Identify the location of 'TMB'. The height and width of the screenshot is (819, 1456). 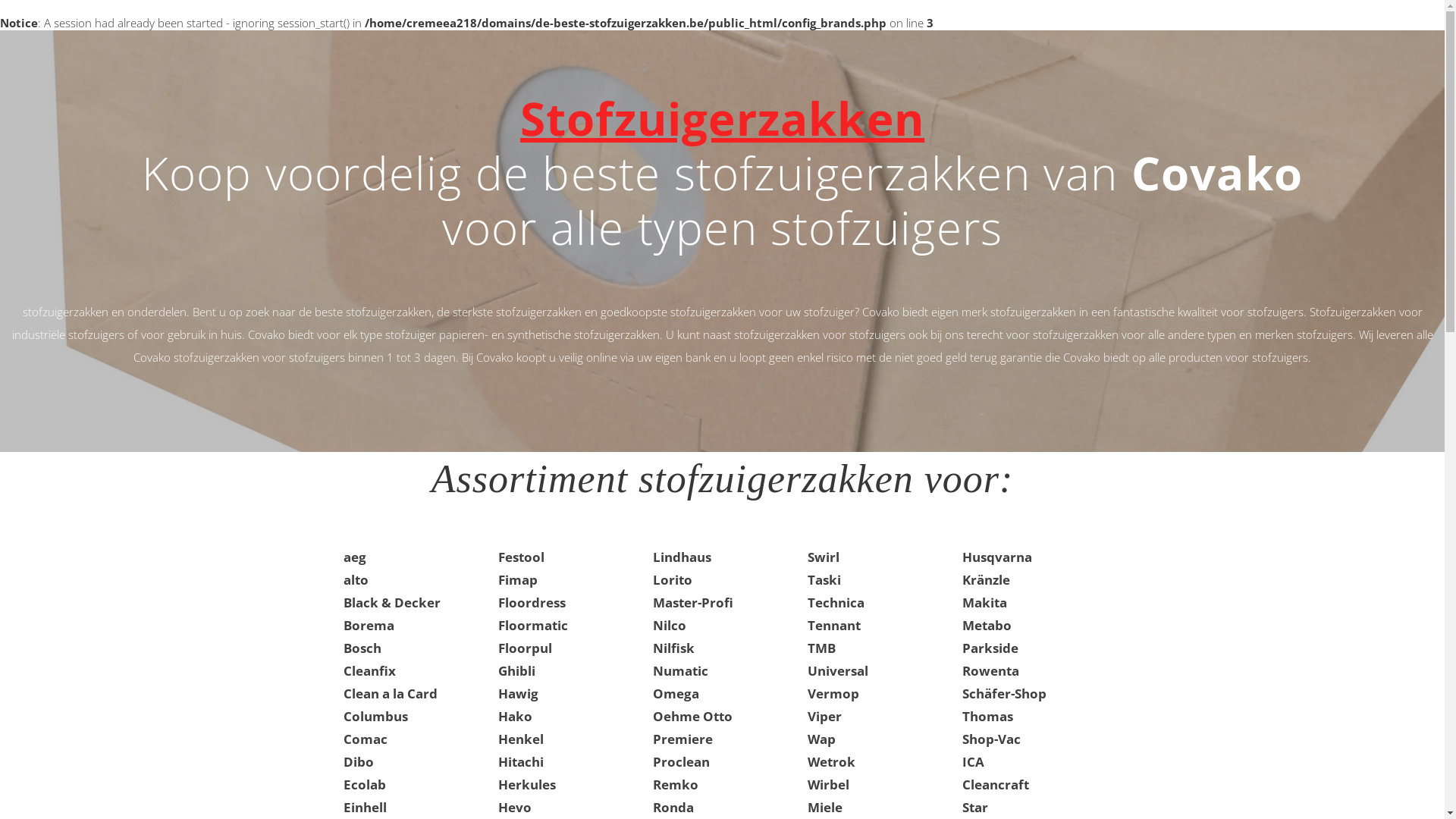
(820, 648).